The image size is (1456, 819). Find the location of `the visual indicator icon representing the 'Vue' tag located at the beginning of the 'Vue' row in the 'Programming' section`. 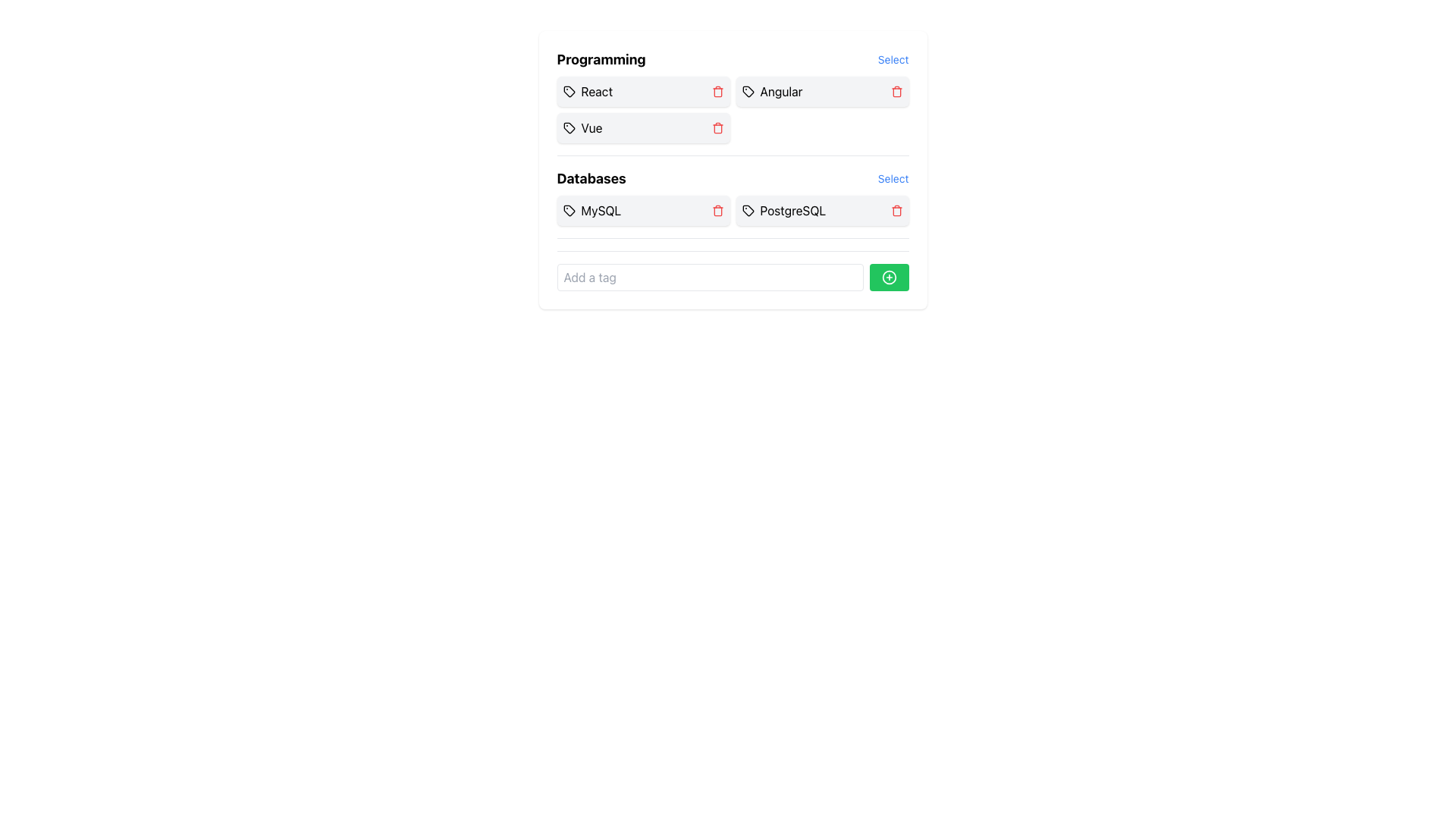

the visual indicator icon representing the 'Vue' tag located at the beginning of the 'Vue' row in the 'Programming' section is located at coordinates (568, 127).